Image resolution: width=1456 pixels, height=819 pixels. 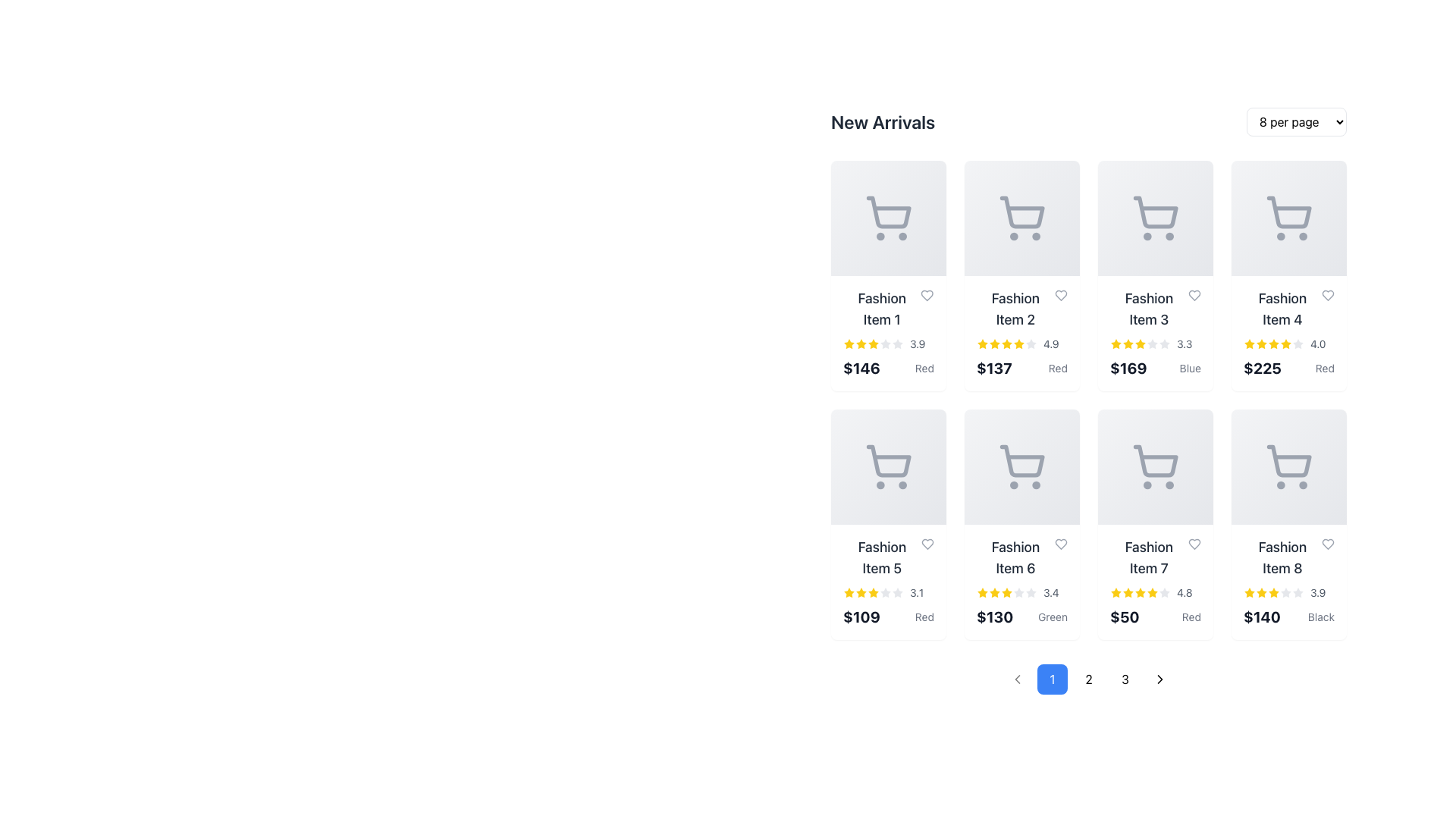 What do you see at coordinates (888, 592) in the screenshot?
I see `the Rating component for 'Fashion Item 5' located in the second column of the second row in the 'New Arrivals' section` at bounding box center [888, 592].